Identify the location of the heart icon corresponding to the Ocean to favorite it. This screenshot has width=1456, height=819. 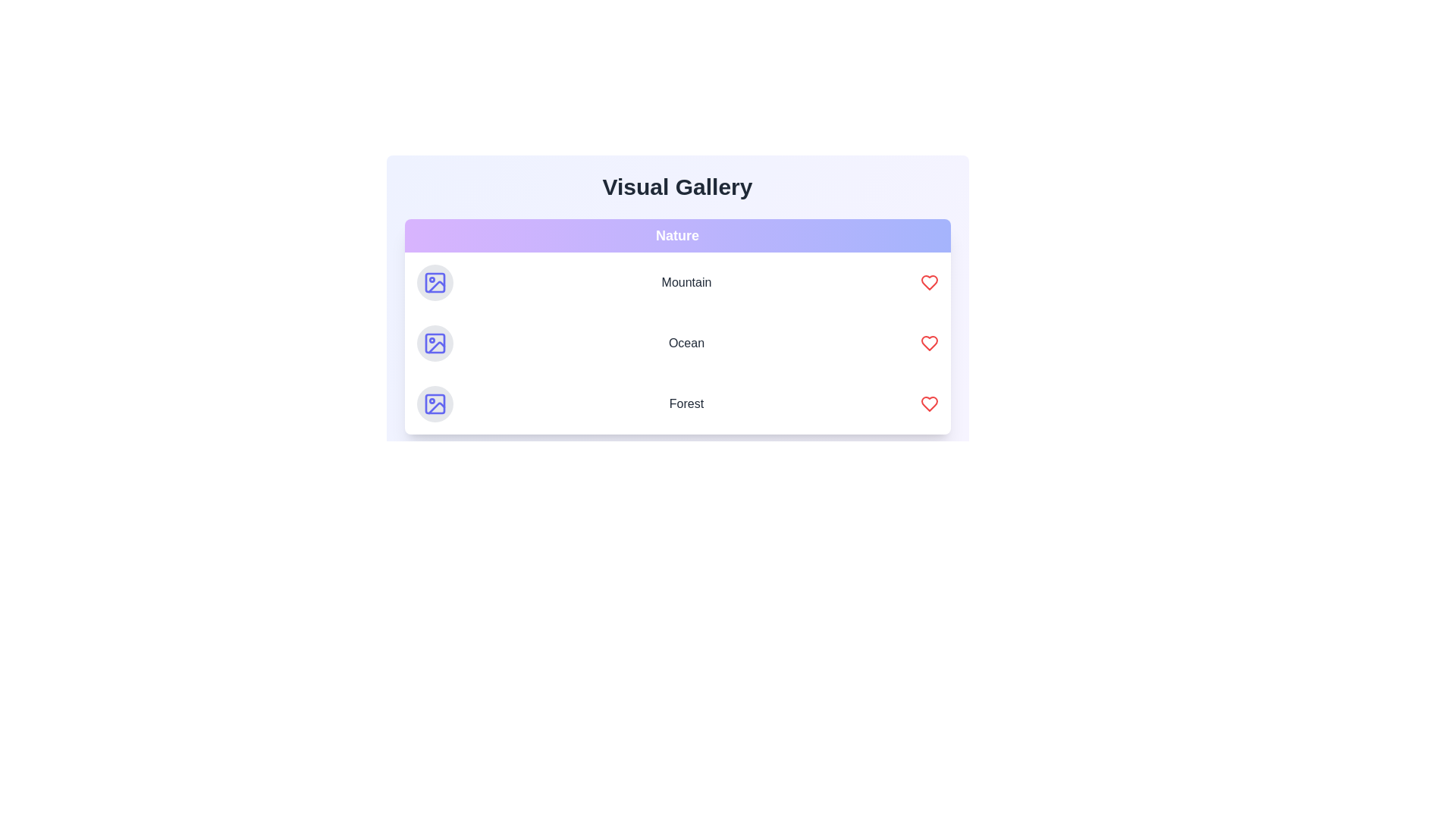
(928, 343).